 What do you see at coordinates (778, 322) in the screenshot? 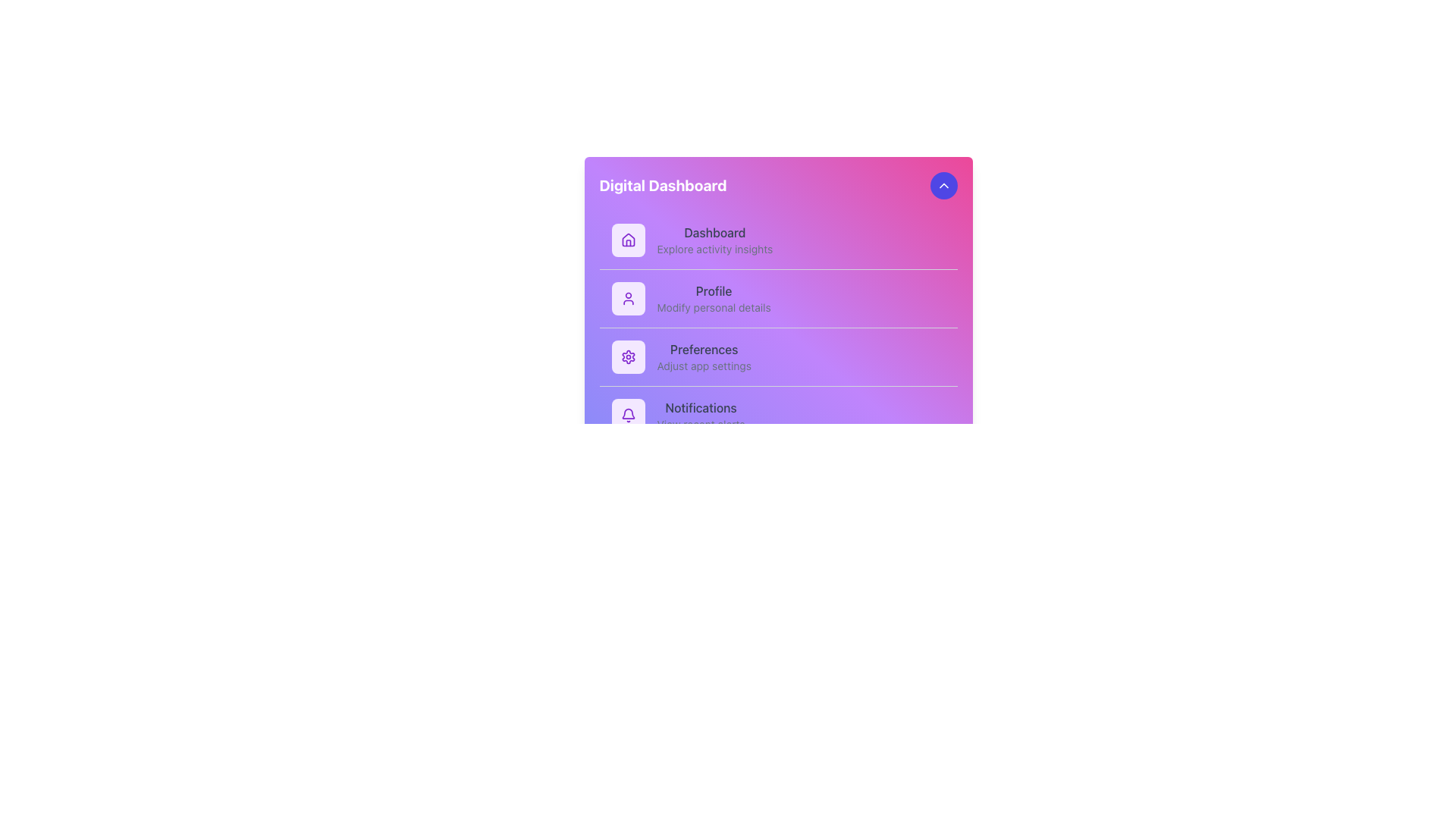
I see `the 'Digital Dashboard' panel with a gradient background` at bounding box center [778, 322].